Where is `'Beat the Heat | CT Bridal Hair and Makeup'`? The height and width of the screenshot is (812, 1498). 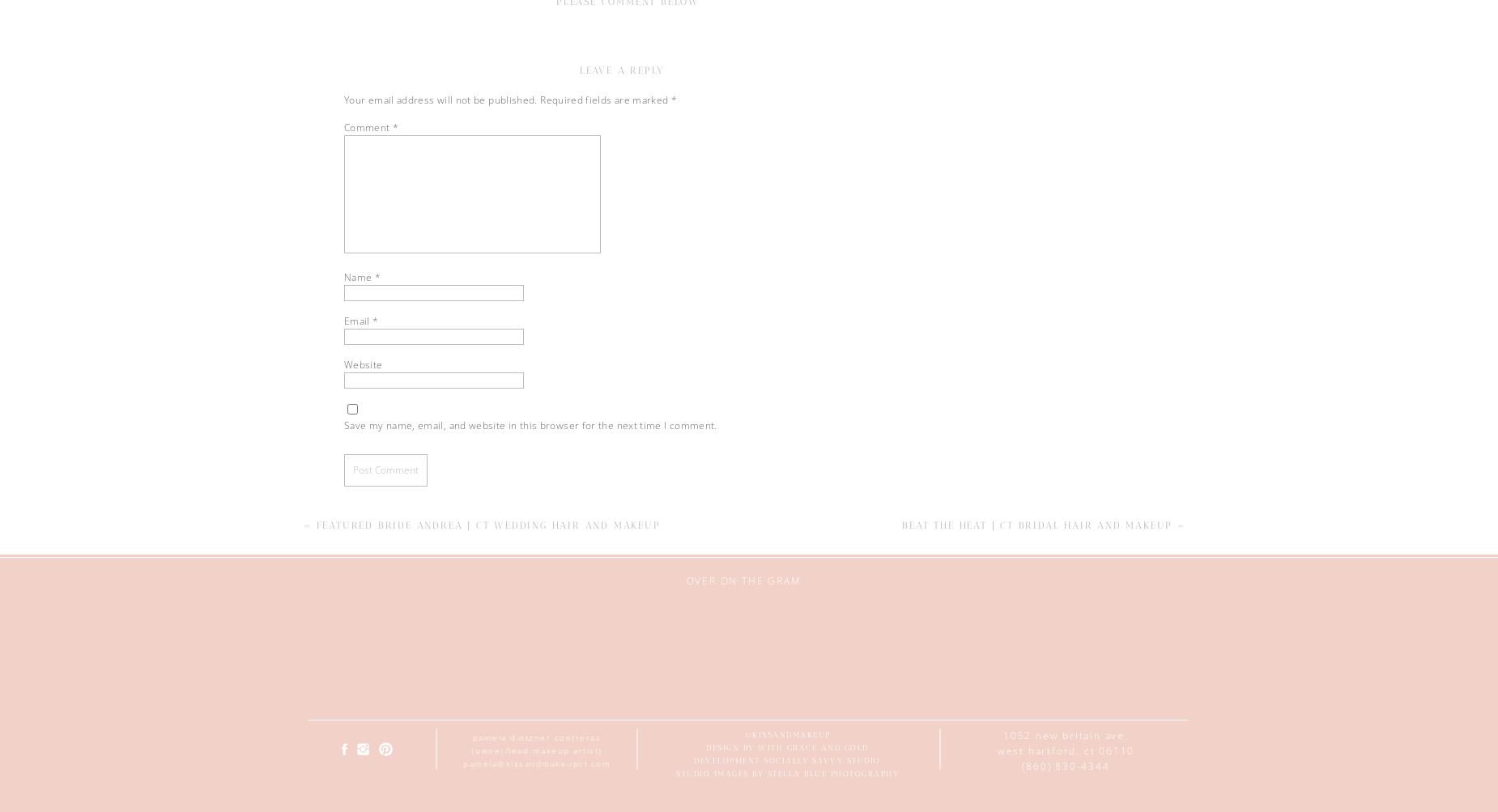 'Beat the Heat | CT Bridal Hair and Makeup' is located at coordinates (1036, 525).